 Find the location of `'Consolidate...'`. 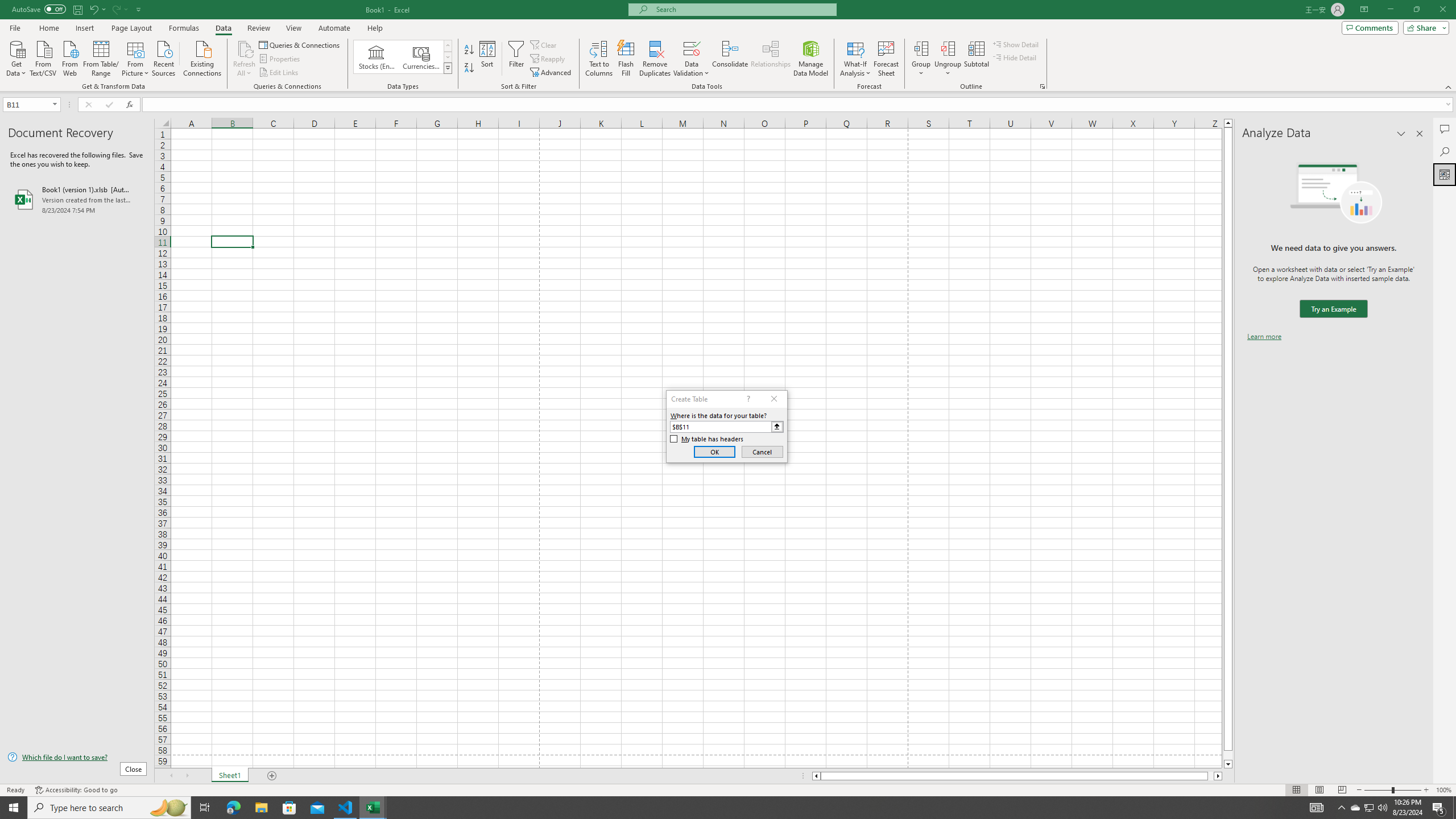

'Consolidate...' is located at coordinates (730, 59).